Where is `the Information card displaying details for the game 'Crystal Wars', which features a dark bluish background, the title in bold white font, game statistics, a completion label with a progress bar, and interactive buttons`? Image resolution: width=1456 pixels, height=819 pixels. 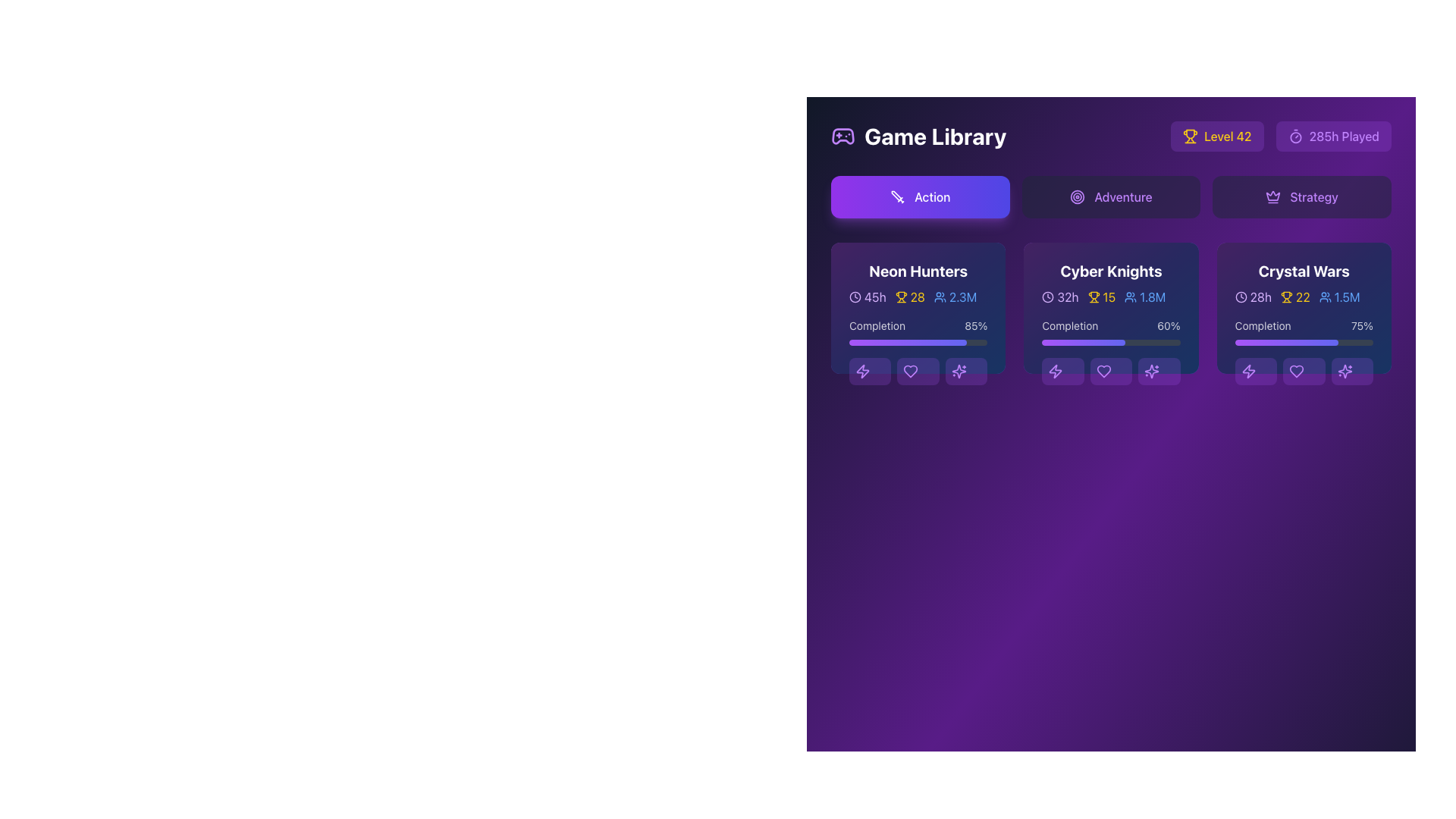 the Information card displaying details for the game 'Crystal Wars', which features a dark bluish background, the title in bold white font, game statistics, a completion label with a progress bar, and interactive buttons is located at coordinates (1303, 307).